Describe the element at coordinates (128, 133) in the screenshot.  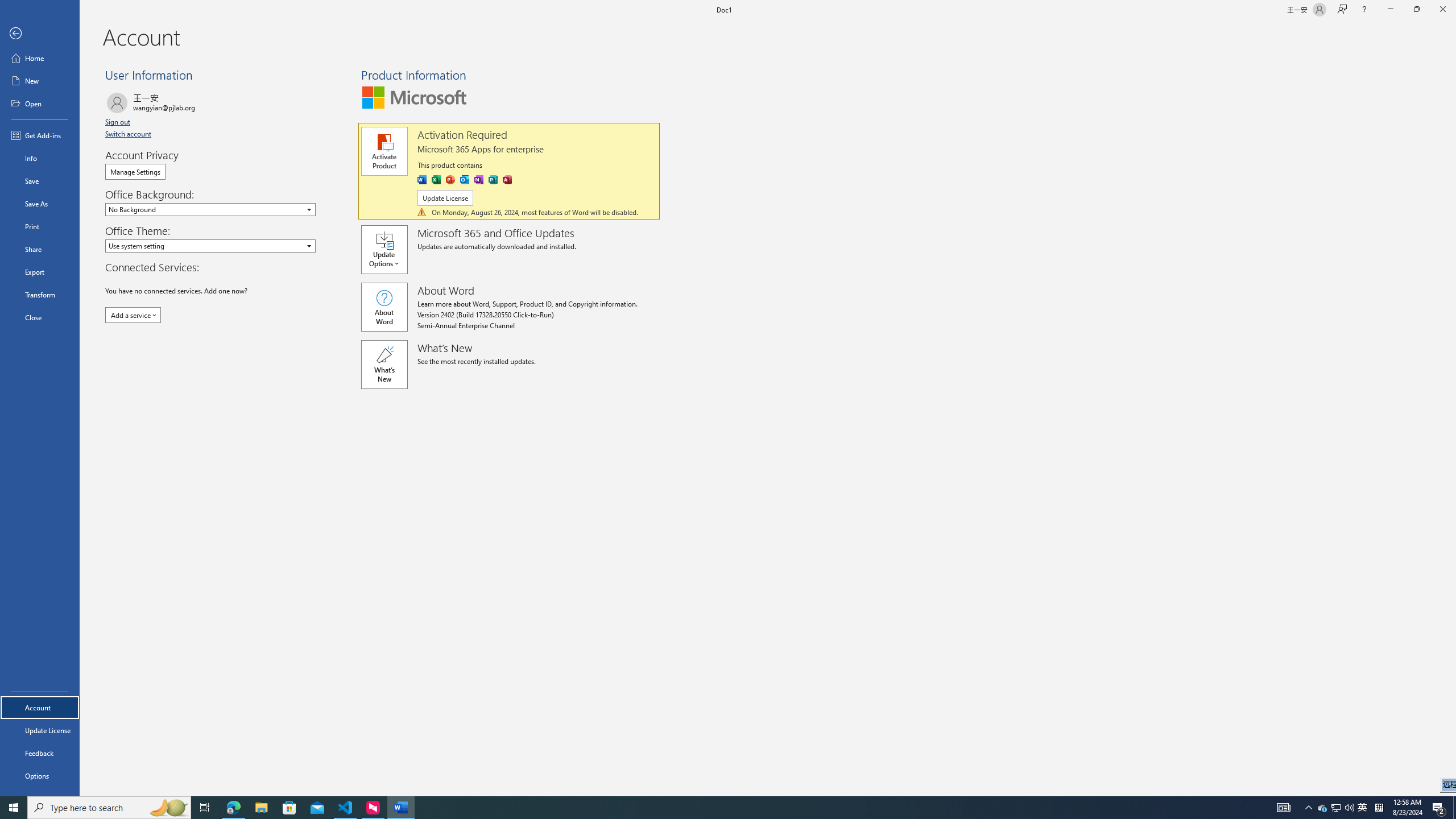
I see `'Switch account'` at that location.